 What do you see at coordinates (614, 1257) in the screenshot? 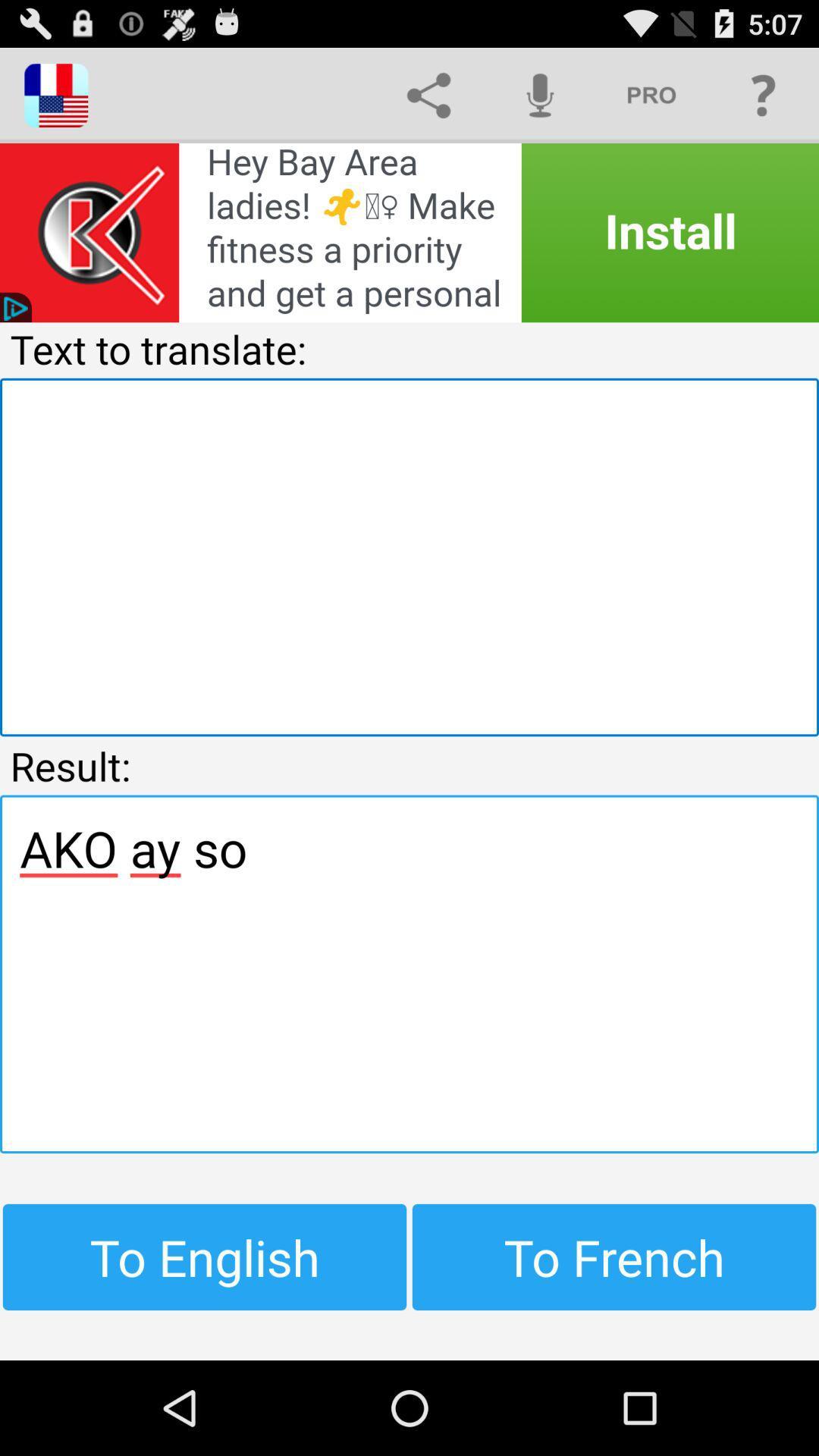
I see `the icon next to the to english button` at bounding box center [614, 1257].